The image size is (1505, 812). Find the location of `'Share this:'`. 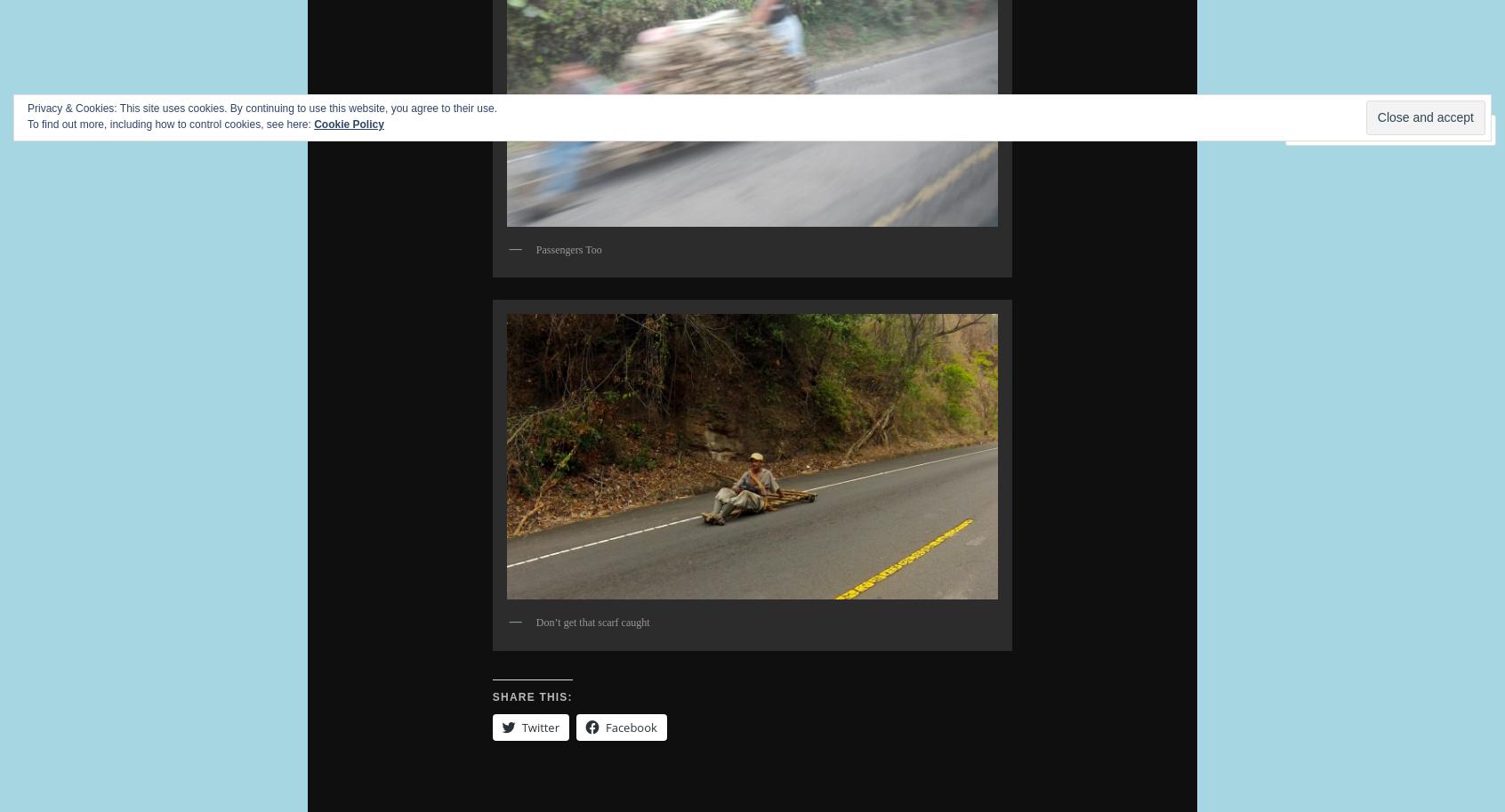

'Share this:' is located at coordinates (530, 695).